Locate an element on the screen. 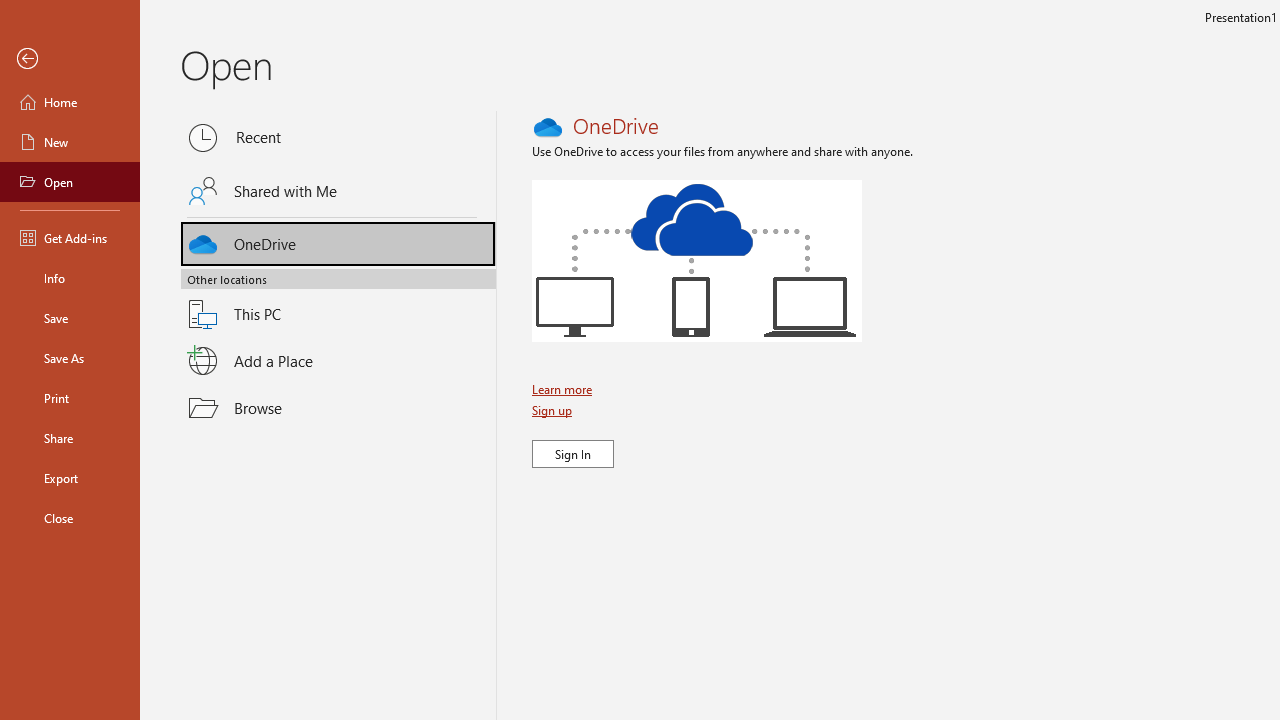  'Add a Place' is located at coordinates (338, 361).